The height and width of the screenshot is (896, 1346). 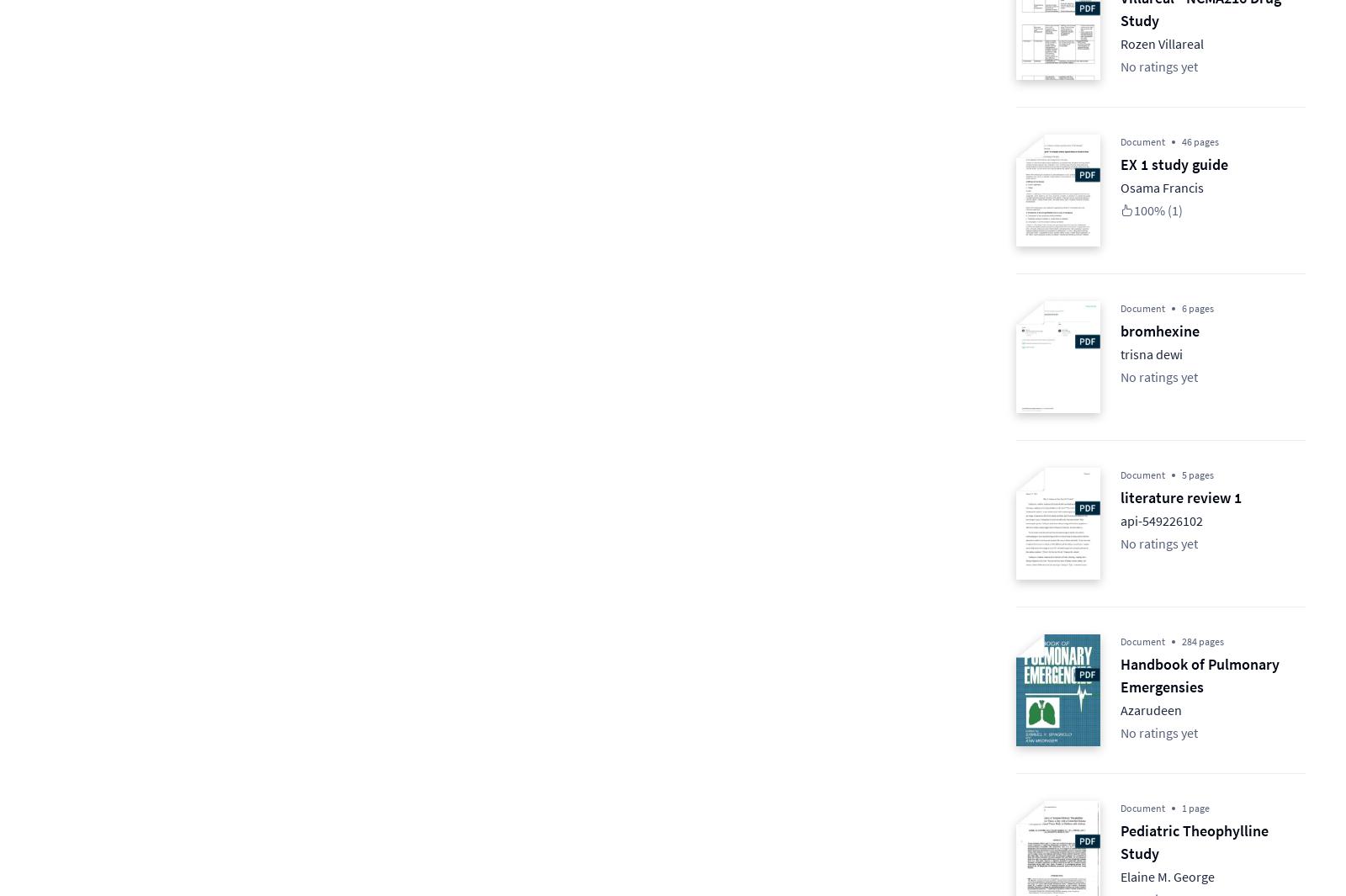 What do you see at coordinates (1174, 163) in the screenshot?
I see `'EX 1 study guide'` at bounding box center [1174, 163].